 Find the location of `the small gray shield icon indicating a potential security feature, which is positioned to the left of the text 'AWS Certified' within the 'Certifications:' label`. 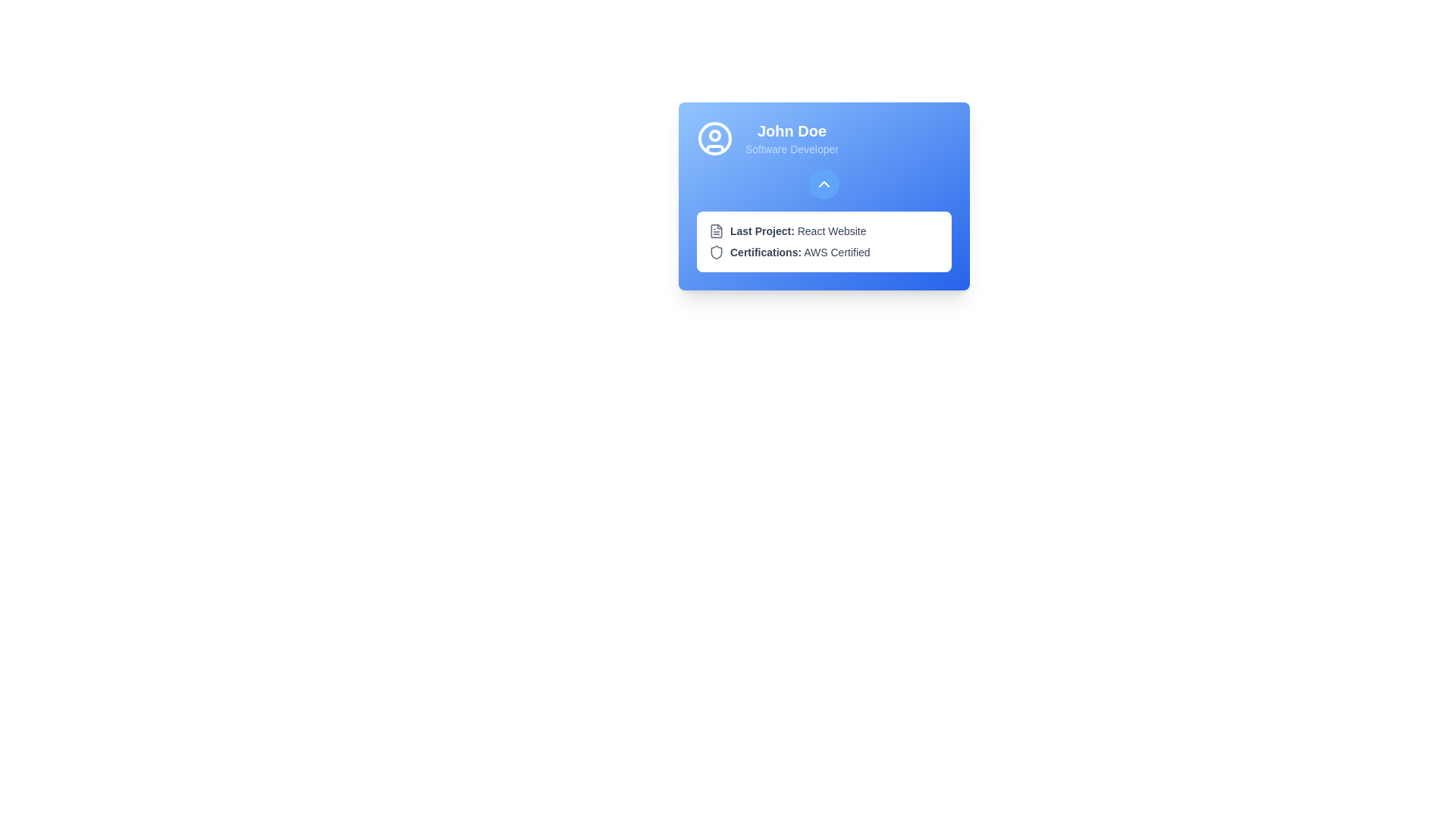

the small gray shield icon indicating a potential security feature, which is positioned to the left of the text 'AWS Certified' within the 'Certifications:' label is located at coordinates (716, 251).